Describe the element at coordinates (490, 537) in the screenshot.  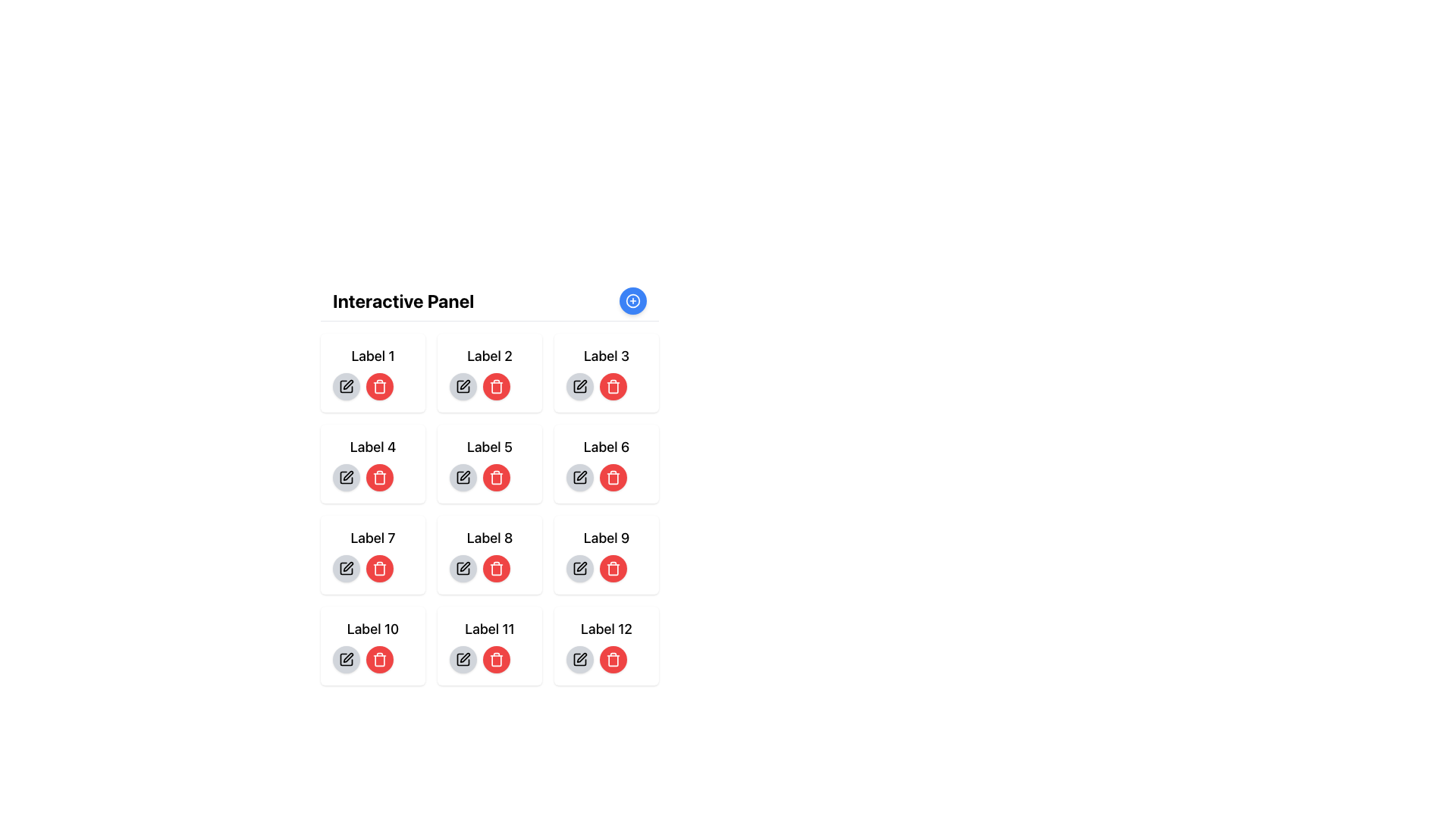
I see `the text label displaying 'Label 8', which is styled in medium bold font and is located in the third row and second column of a grid layout` at that location.